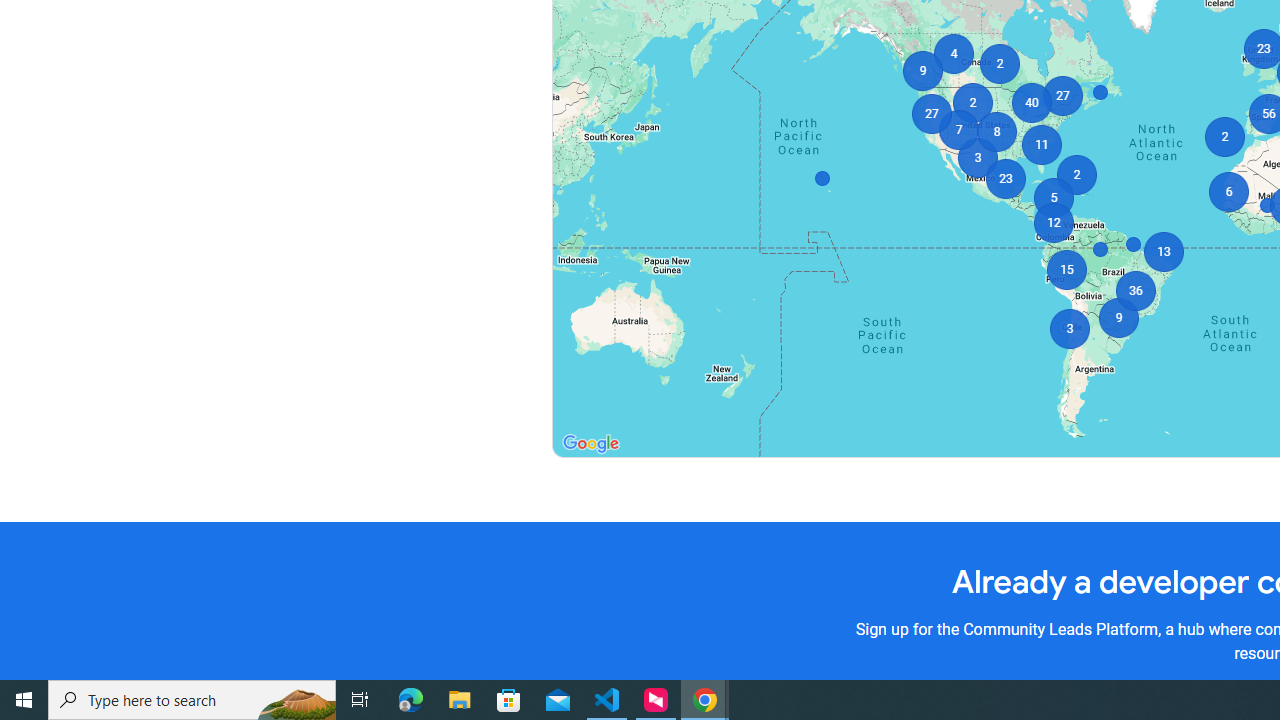  I want to click on '40', so click(1031, 102).